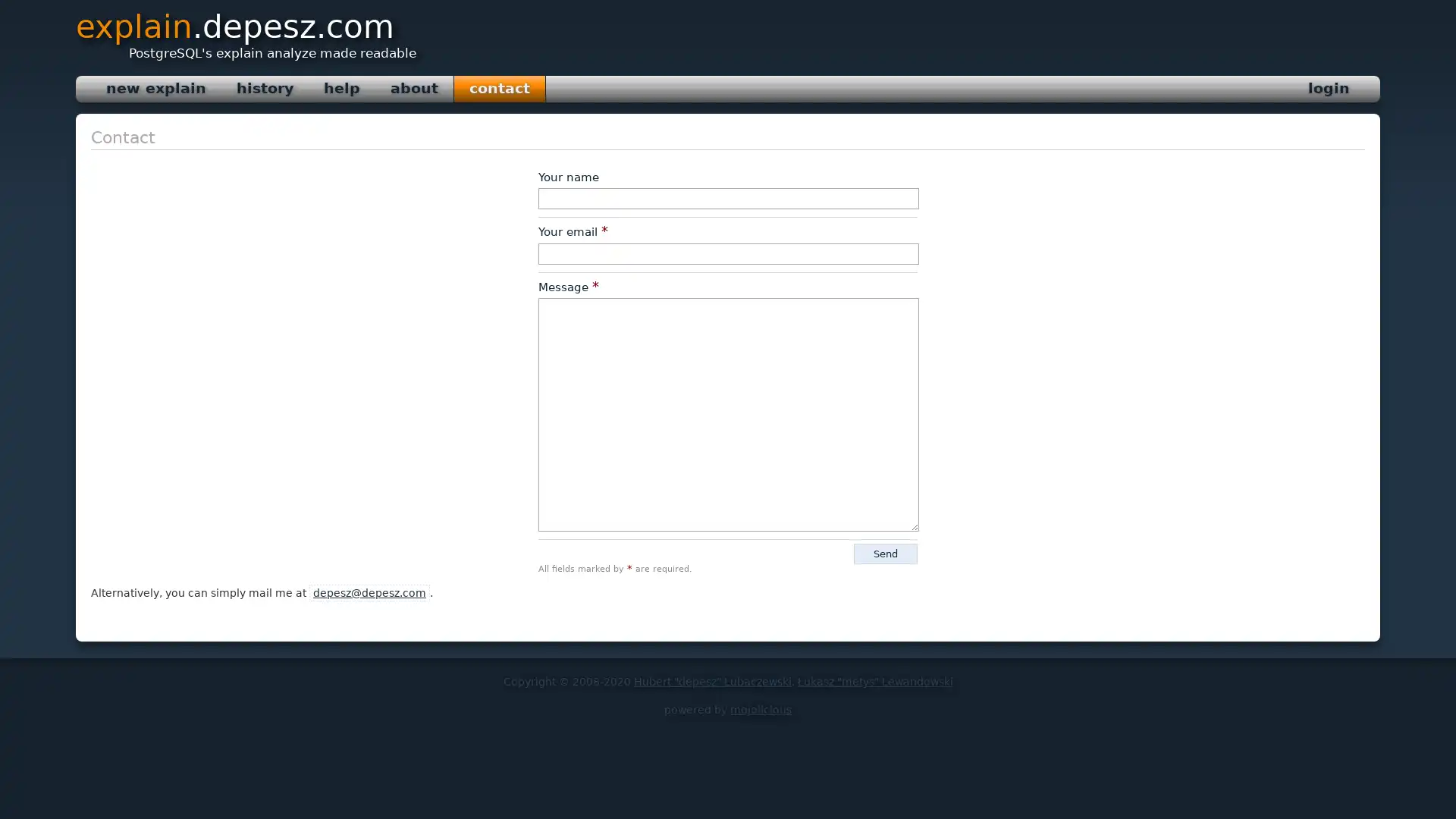  Describe the element at coordinates (885, 554) in the screenshot. I see `Send` at that location.